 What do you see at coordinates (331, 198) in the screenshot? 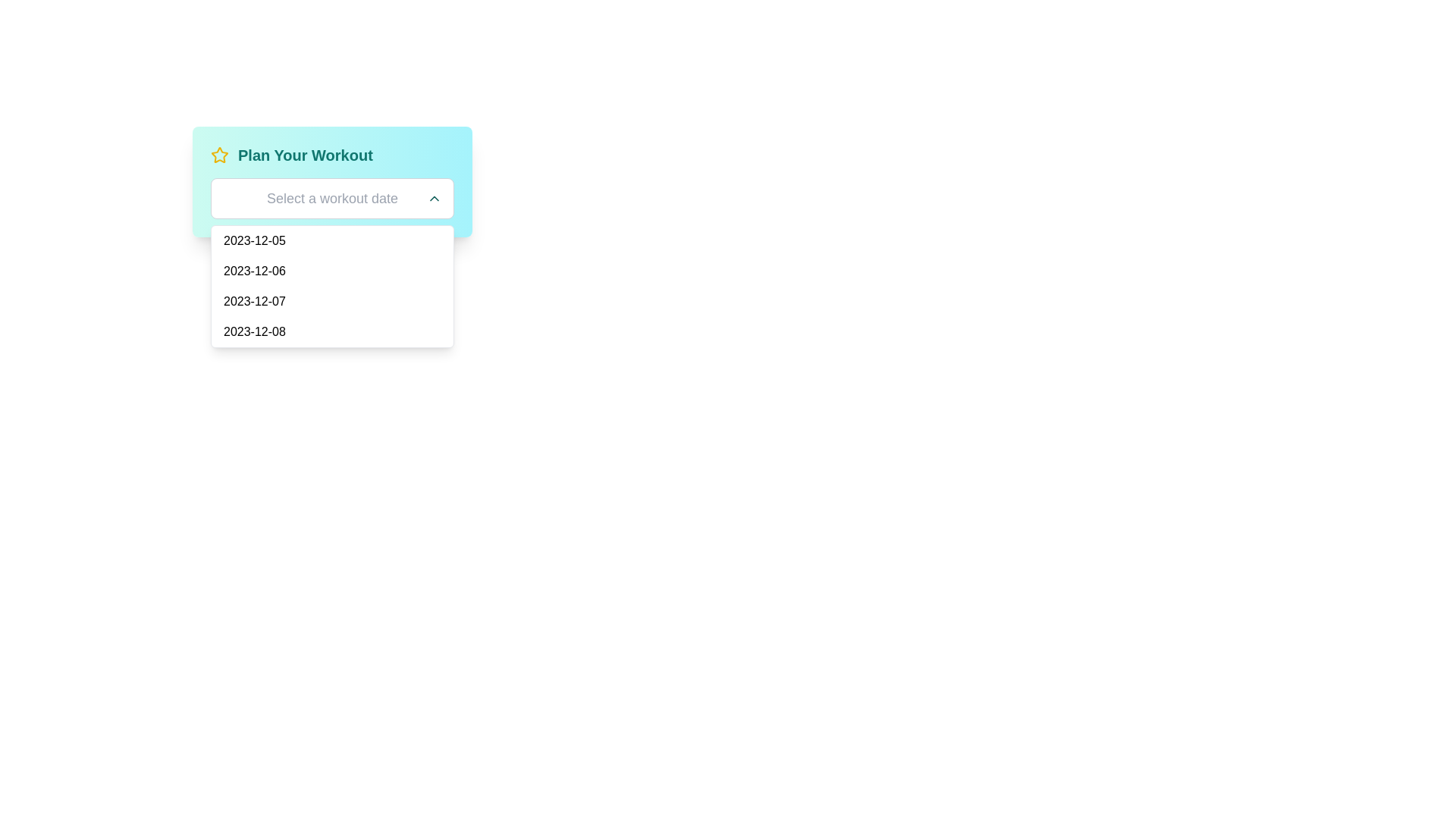
I see `the dropdown input field labeled 'Select a workout date' to focus on it` at bounding box center [331, 198].